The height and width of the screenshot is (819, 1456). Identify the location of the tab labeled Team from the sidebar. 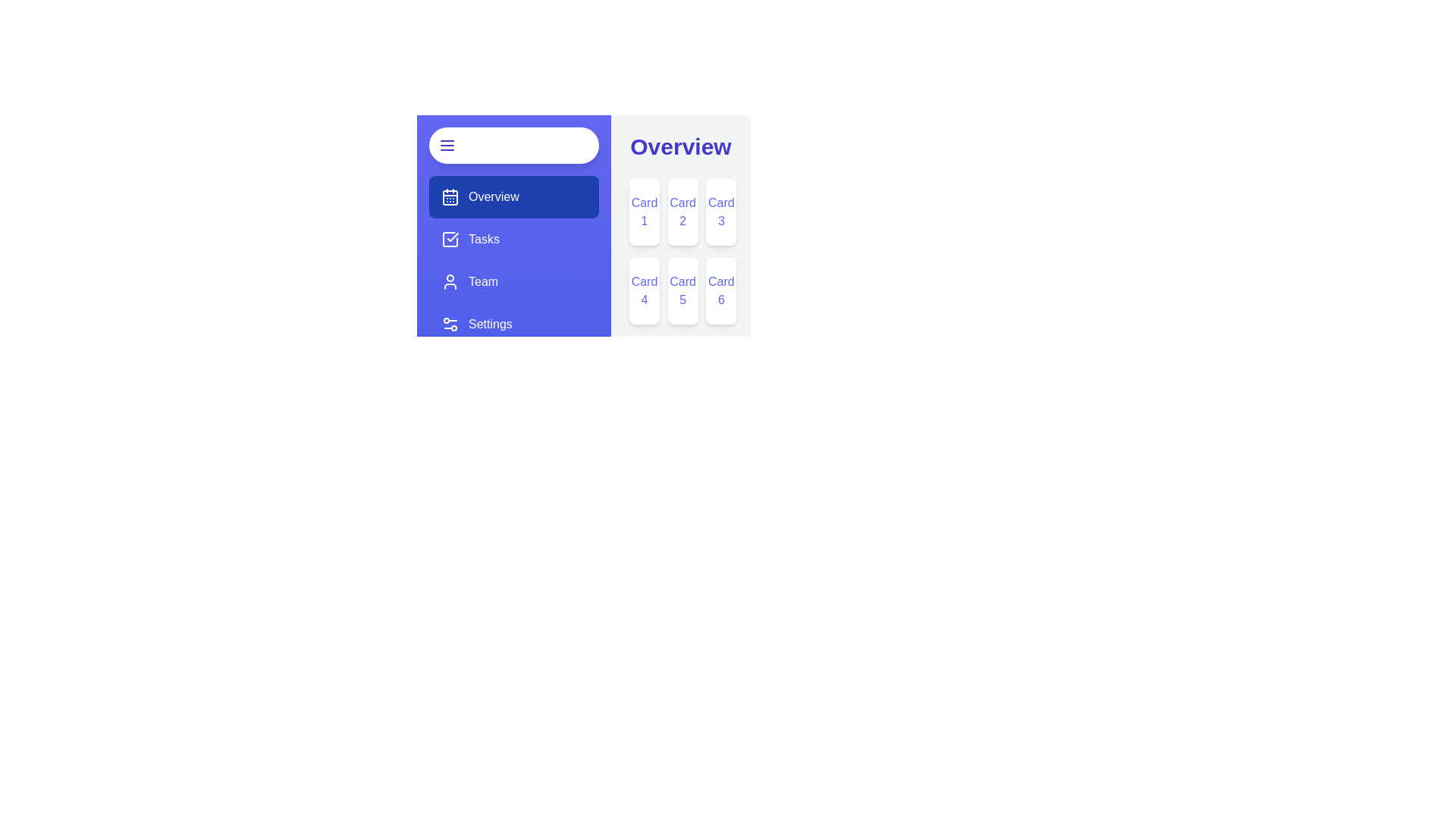
(513, 281).